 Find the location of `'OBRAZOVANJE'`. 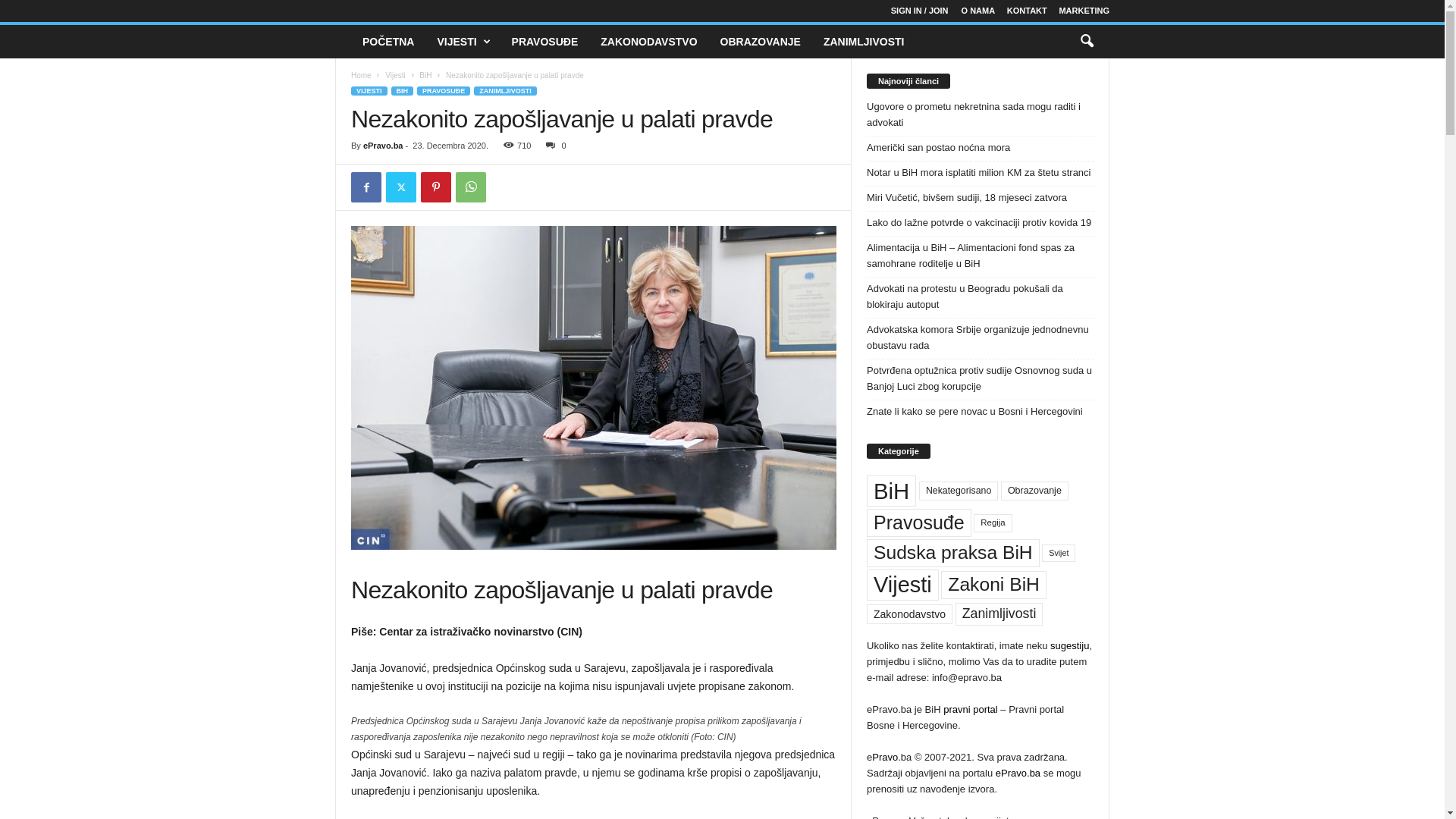

'OBRAZOVANJE' is located at coordinates (761, 40).